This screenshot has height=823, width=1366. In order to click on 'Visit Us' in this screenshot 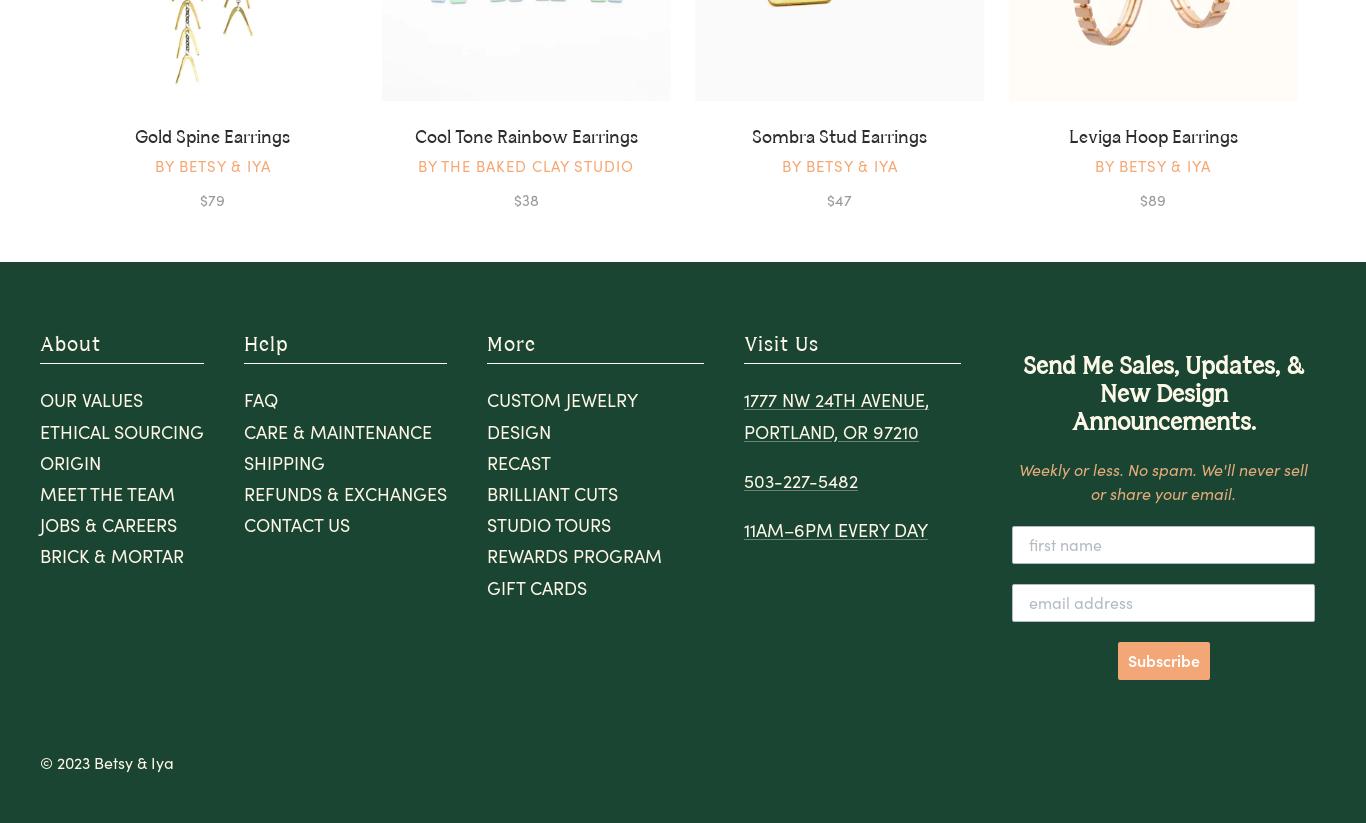, I will do `click(744, 344)`.